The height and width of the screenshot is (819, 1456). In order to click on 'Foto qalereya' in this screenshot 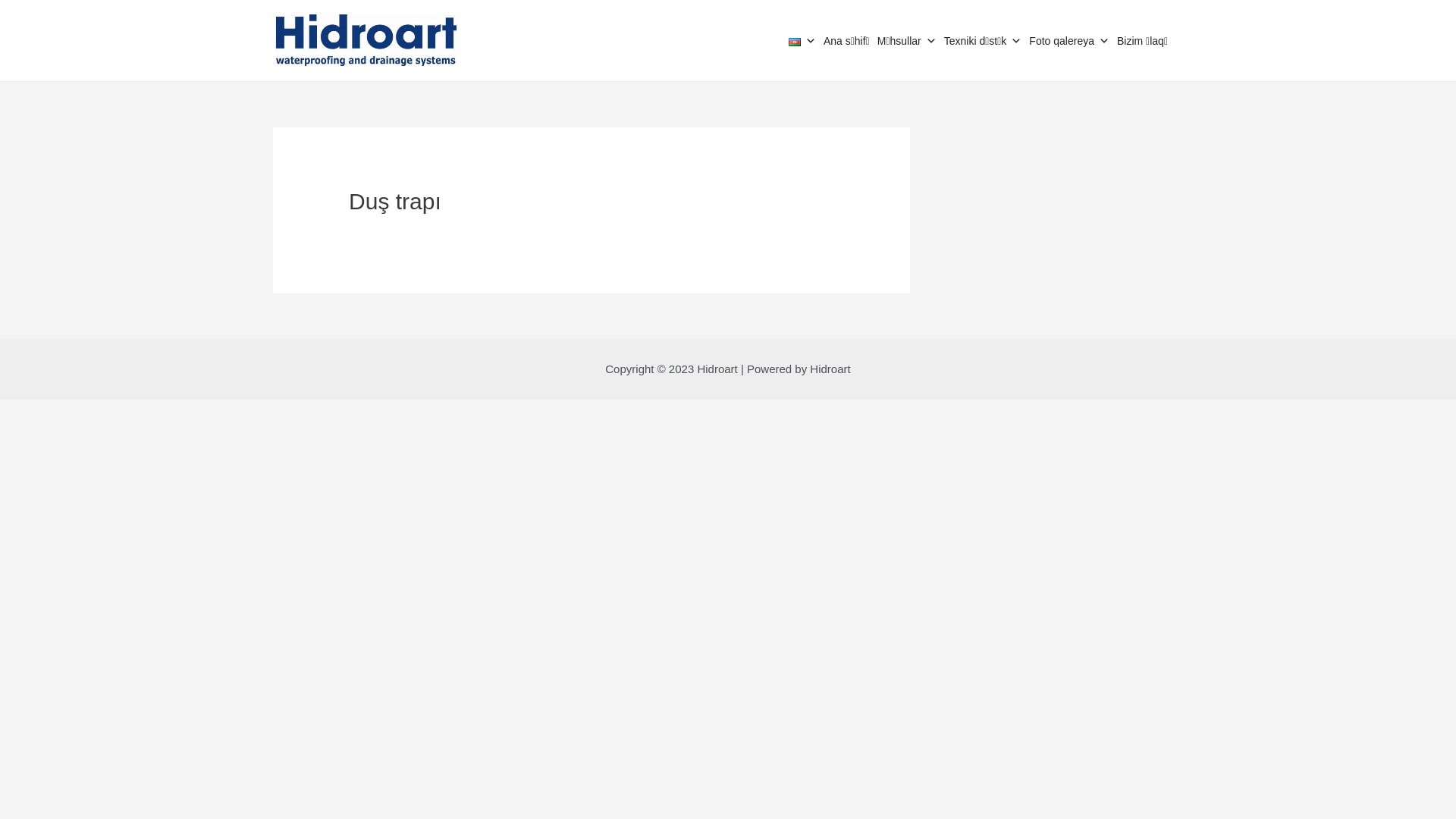, I will do `click(1029, 40)`.